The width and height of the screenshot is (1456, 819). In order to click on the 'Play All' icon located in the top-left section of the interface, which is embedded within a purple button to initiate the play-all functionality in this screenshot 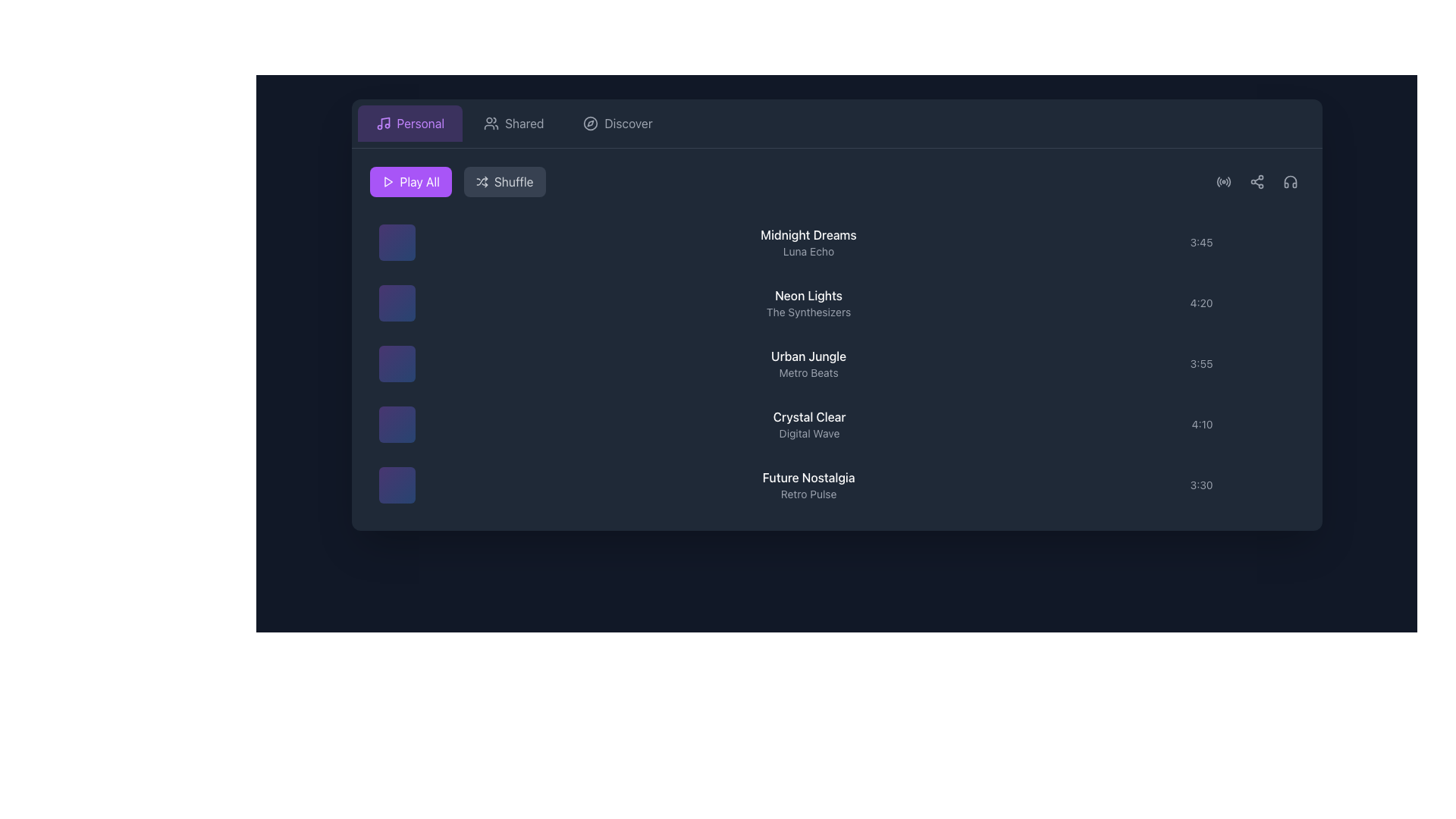, I will do `click(388, 180)`.